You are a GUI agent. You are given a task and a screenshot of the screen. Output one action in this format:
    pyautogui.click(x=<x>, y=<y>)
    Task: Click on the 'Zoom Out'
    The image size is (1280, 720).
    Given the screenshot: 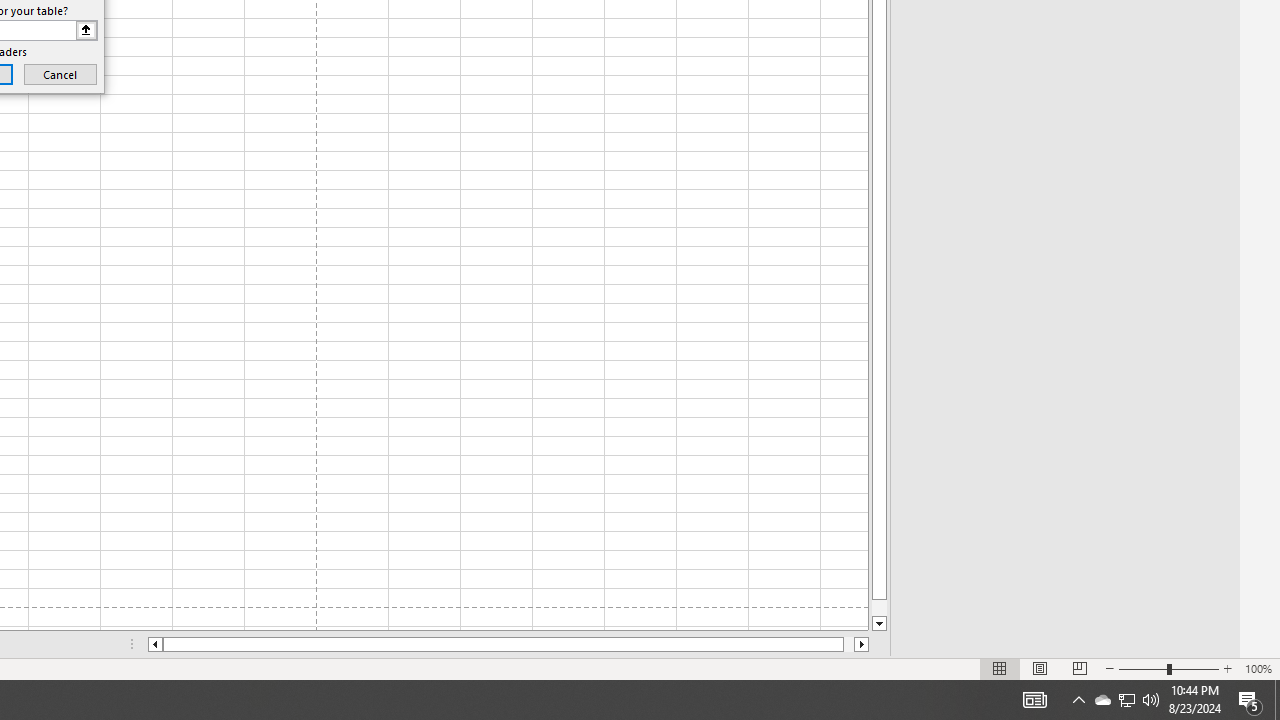 What is the action you would take?
    pyautogui.click(x=1143, y=669)
    